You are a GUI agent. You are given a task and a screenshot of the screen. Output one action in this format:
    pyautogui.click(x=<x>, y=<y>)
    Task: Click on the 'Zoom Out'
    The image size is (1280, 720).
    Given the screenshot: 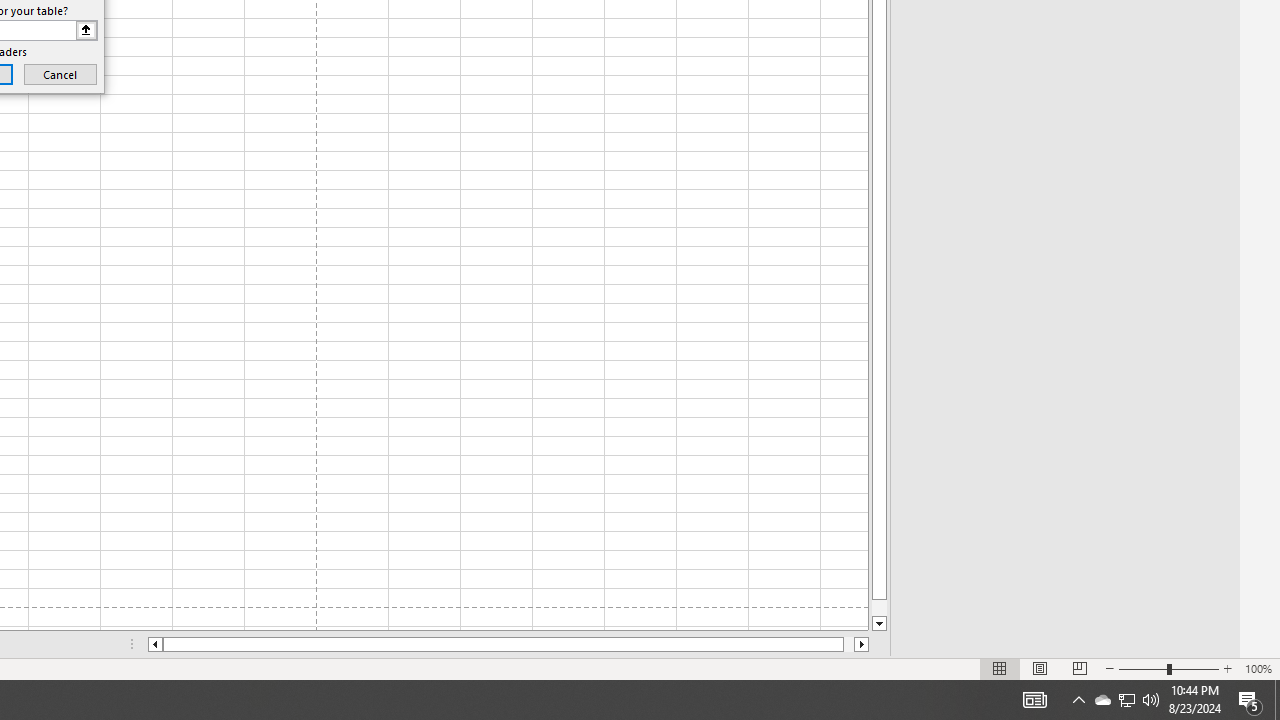 What is the action you would take?
    pyautogui.click(x=1143, y=669)
    